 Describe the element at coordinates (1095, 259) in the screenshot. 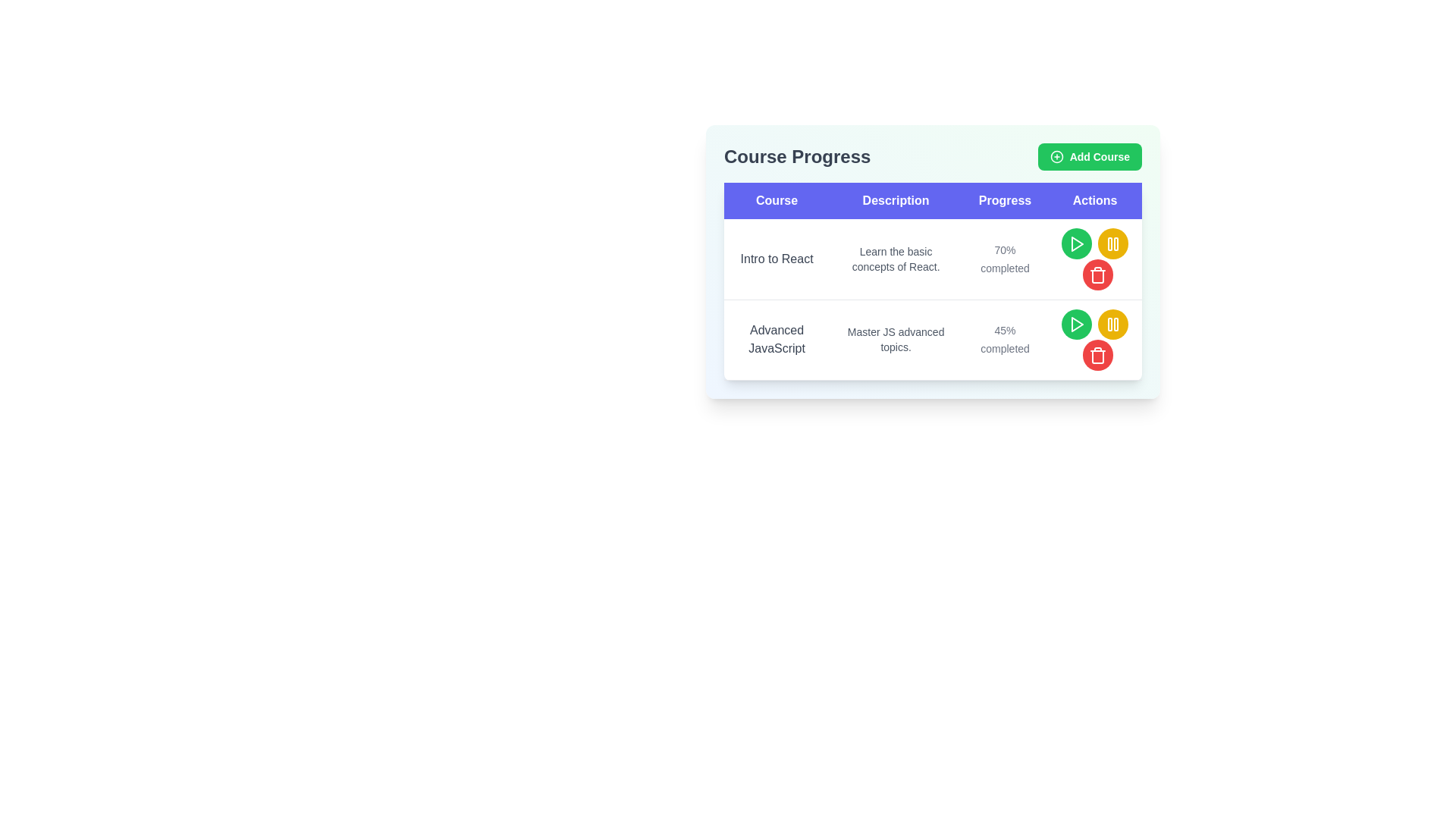

I see `the red trash button in the grouped circular buttons with icons located in the 'Actions' column of the 'Intro to React' row` at that location.